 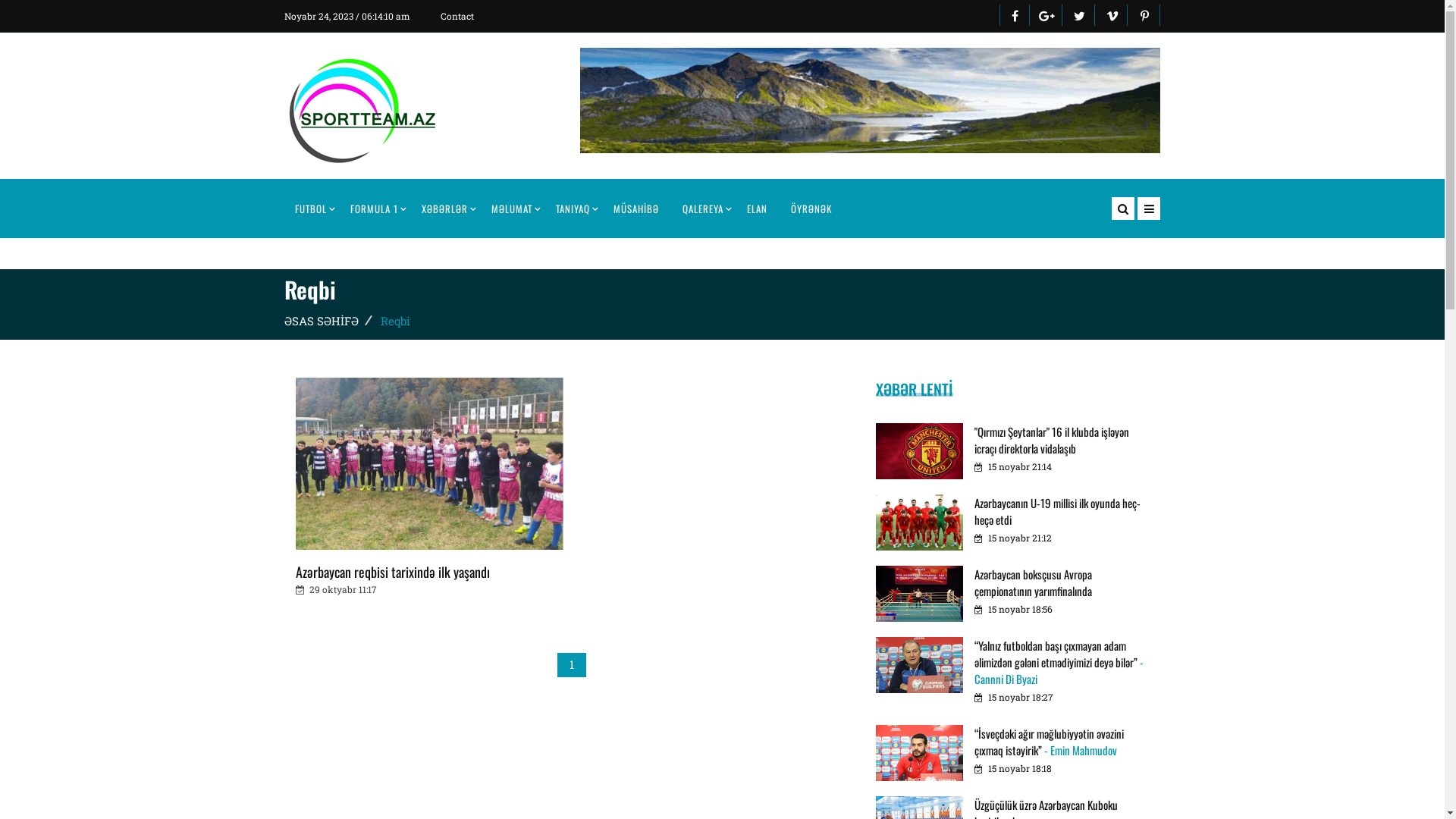 I want to click on 'FORMULA 1', so click(x=374, y=208).